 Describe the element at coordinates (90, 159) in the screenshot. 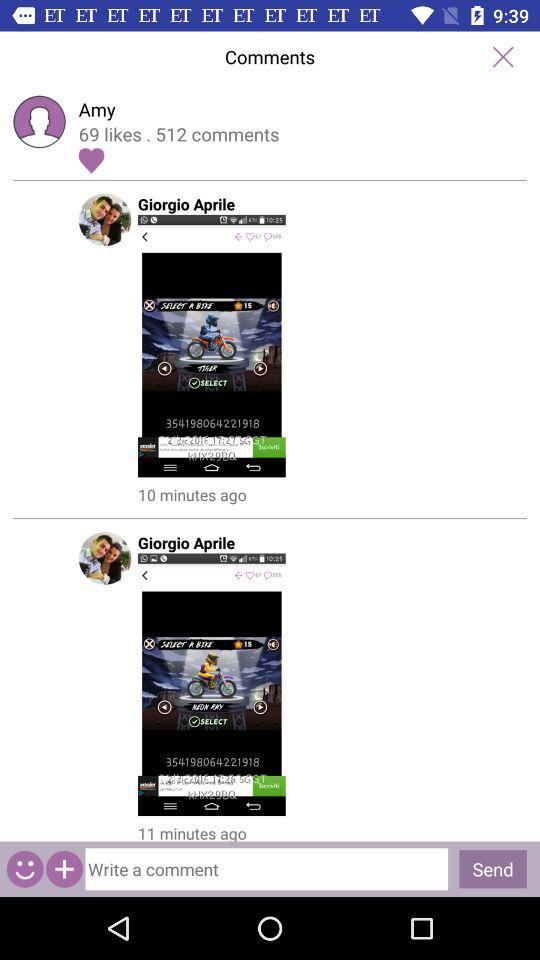

I see `the favorite icon` at that location.